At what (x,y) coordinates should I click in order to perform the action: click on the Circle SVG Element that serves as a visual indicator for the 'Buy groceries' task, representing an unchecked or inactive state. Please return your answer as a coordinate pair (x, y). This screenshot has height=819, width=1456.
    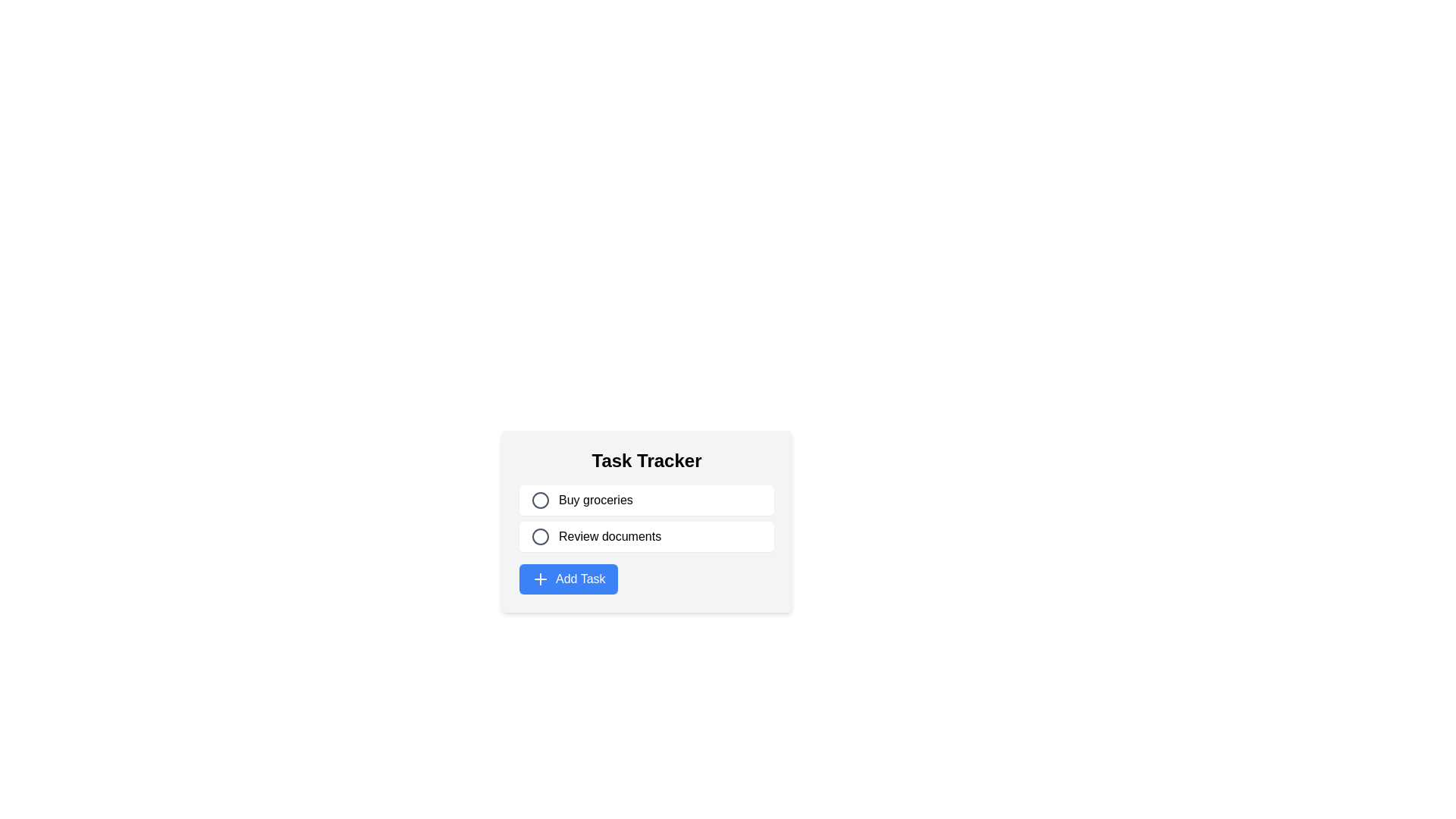
    Looking at the image, I should click on (541, 500).